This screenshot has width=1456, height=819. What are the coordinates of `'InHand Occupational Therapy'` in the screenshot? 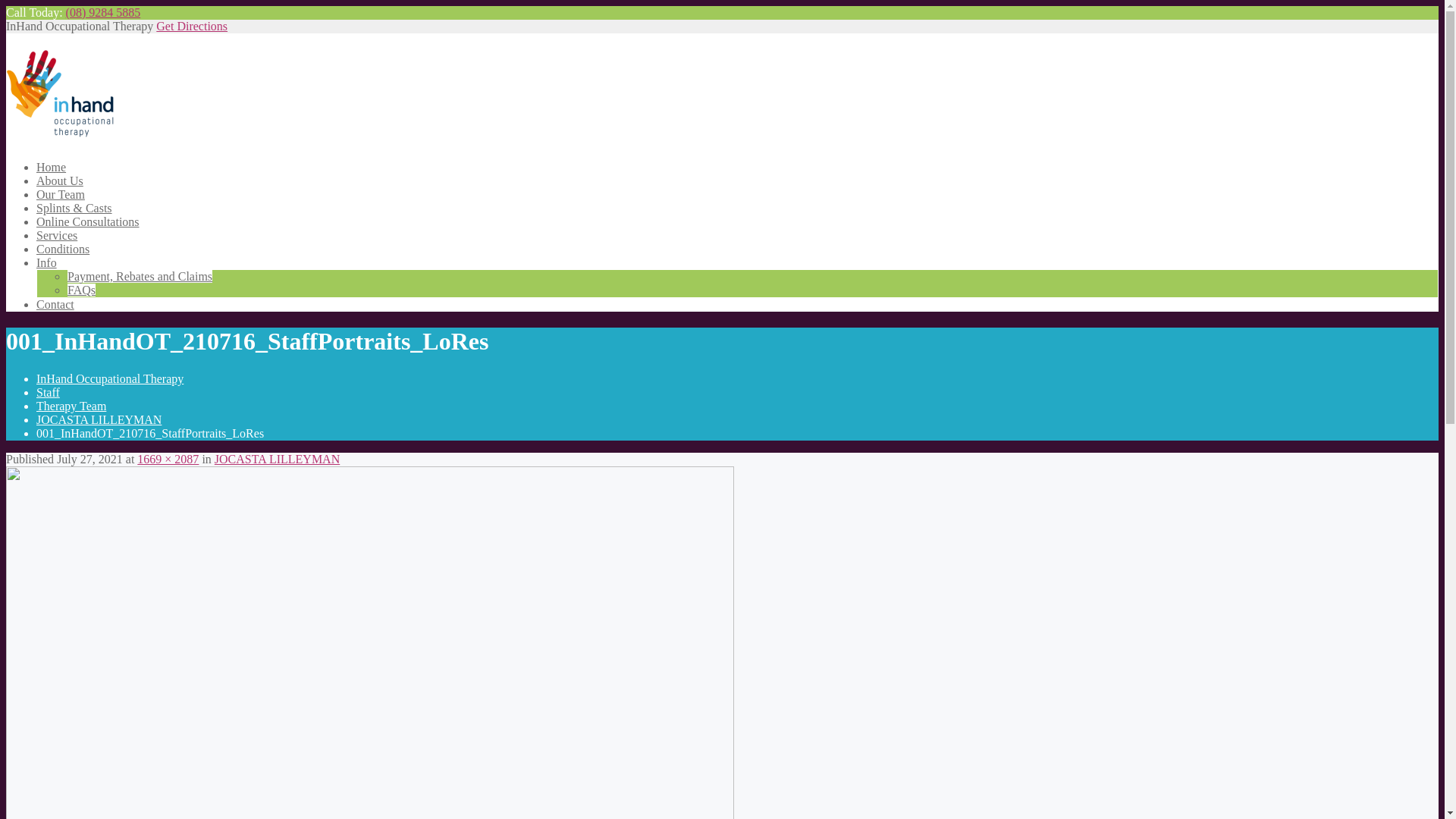 It's located at (36, 378).